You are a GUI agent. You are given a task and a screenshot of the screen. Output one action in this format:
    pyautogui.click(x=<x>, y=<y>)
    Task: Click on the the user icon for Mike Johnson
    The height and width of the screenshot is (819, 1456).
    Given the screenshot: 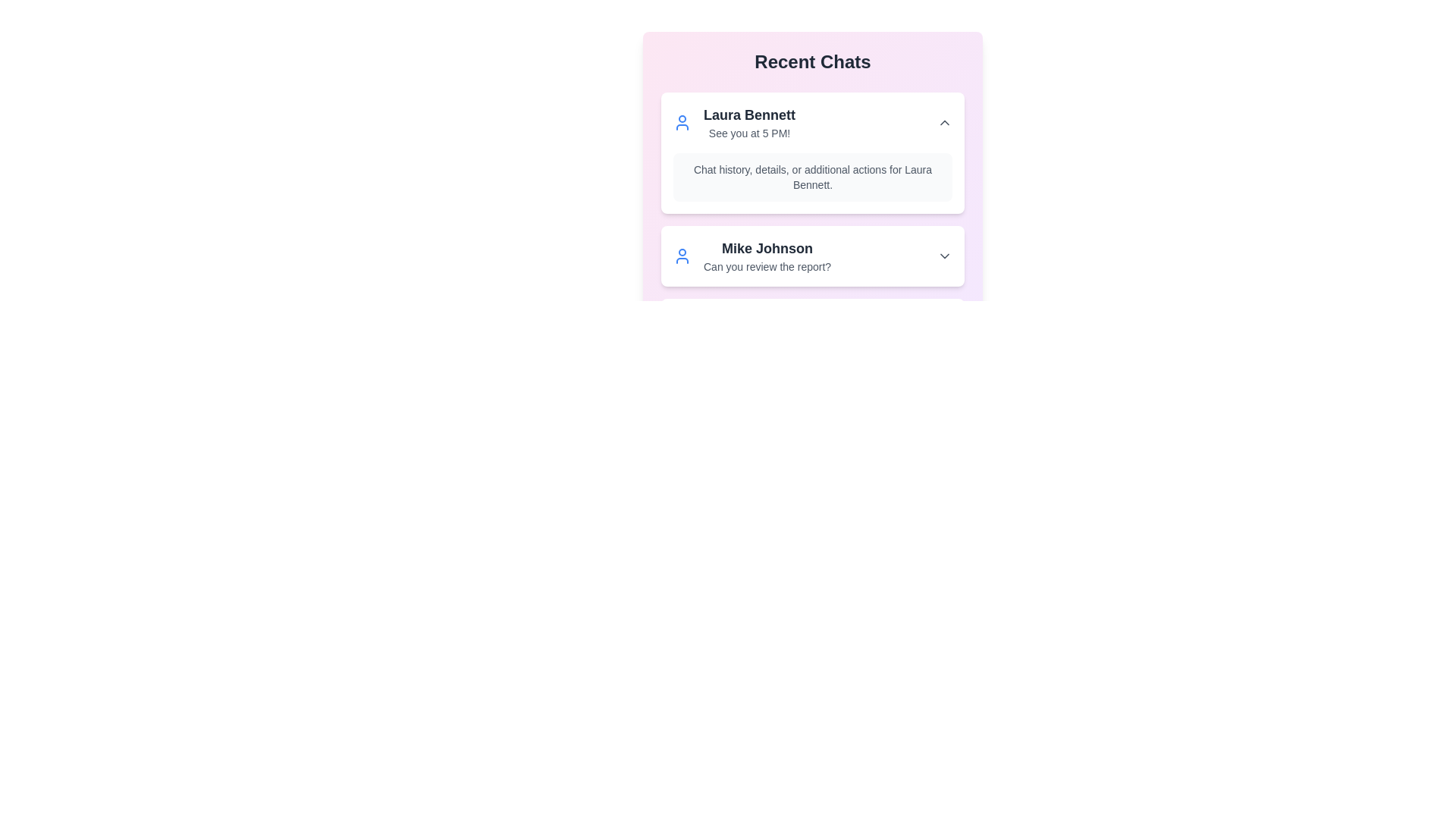 What is the action you would take?
    pyautogui.click(x=682, y=256)
    